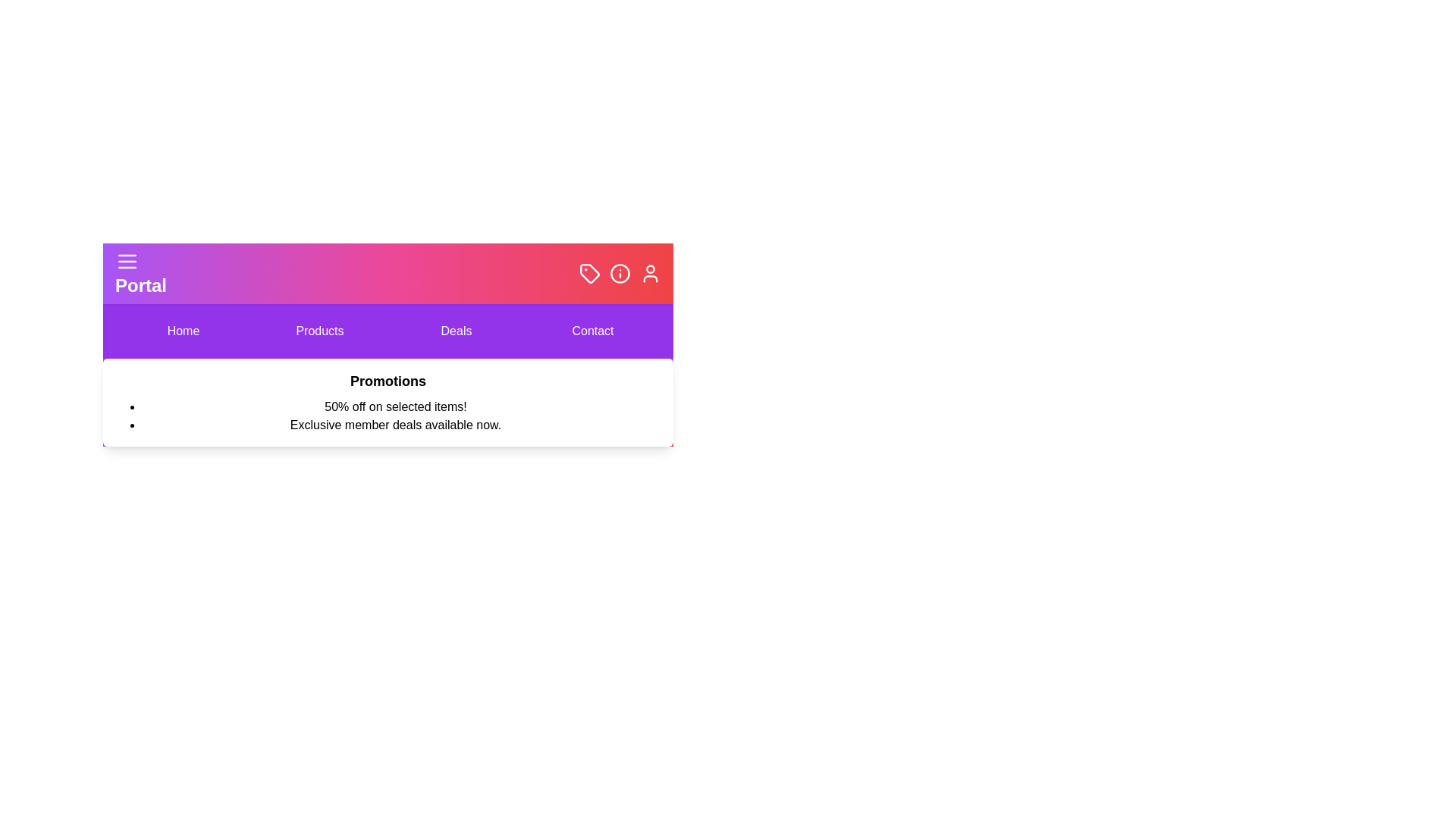 The width and height of the screenshot is (1456, 819). Describe the element at coordinates (127, 260) in the screenshot. I see `the icon Menu to observe visual feedback` at that location.